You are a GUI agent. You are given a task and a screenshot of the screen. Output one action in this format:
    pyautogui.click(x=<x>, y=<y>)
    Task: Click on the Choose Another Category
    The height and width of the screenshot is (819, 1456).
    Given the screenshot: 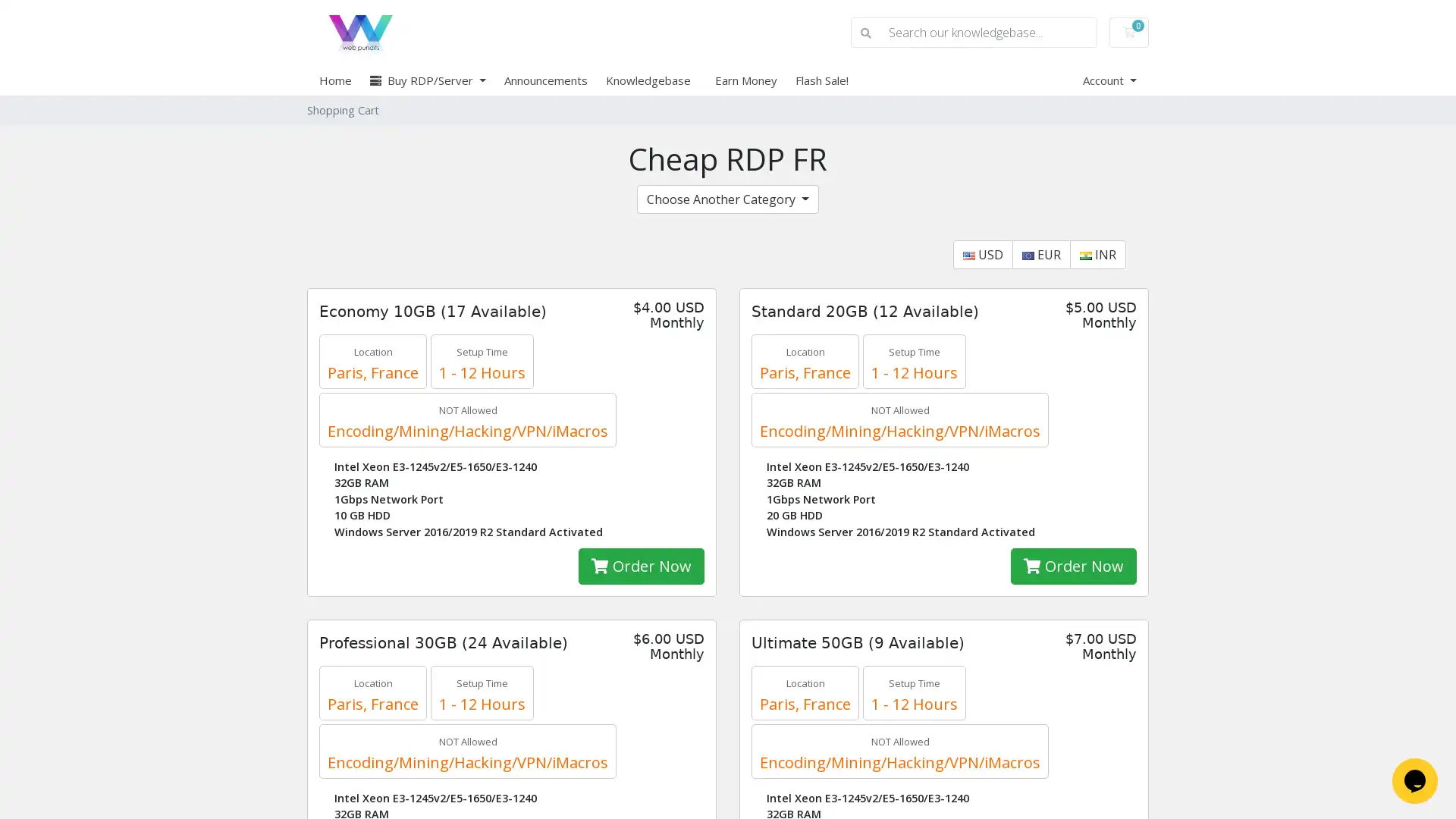 What is the action you would take?
    pyautogui.click(x=726, y=198)
    